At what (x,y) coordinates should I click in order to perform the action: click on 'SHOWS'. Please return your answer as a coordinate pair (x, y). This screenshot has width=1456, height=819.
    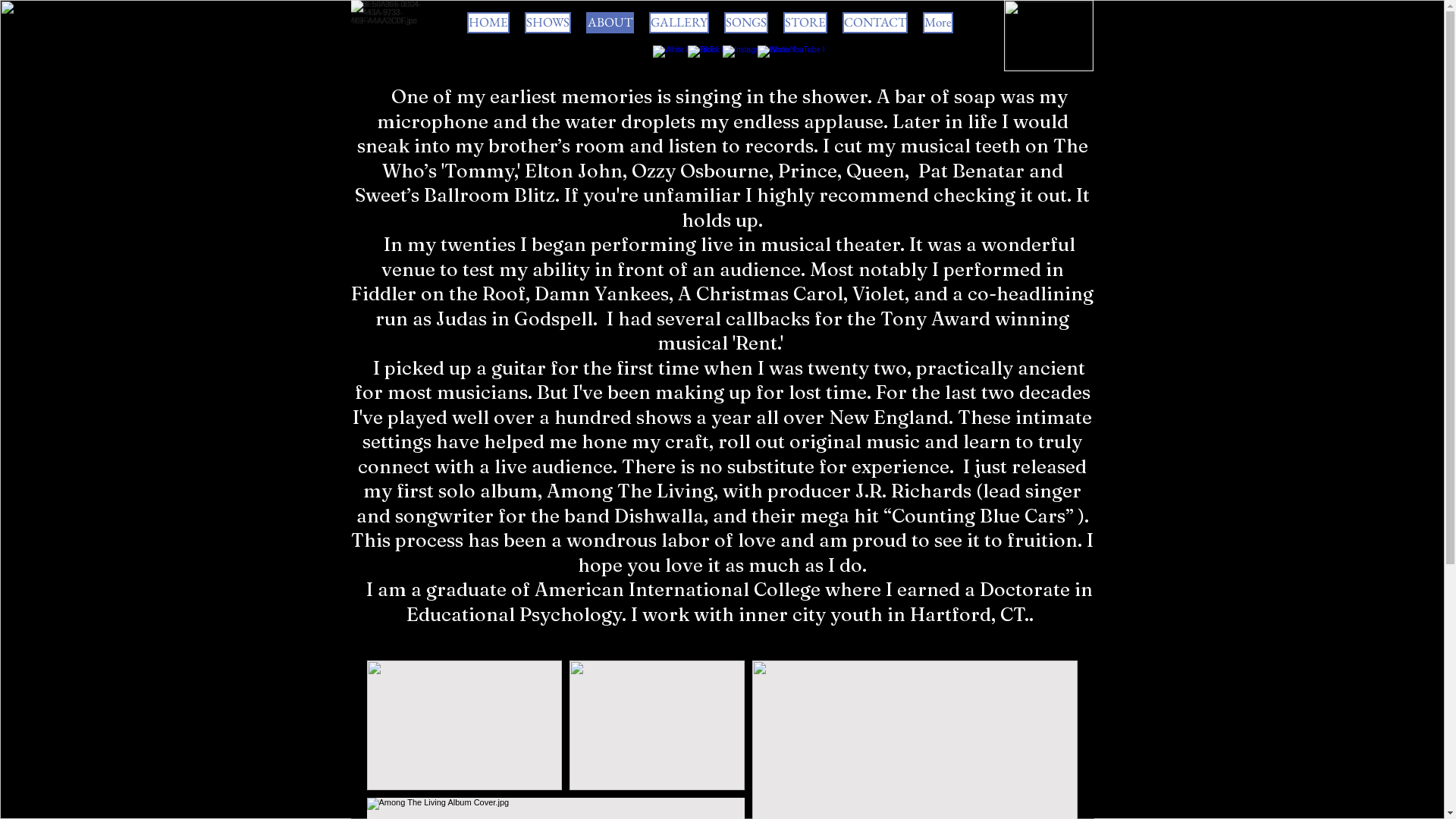
    Looking at the image, I should click on (547, 23).